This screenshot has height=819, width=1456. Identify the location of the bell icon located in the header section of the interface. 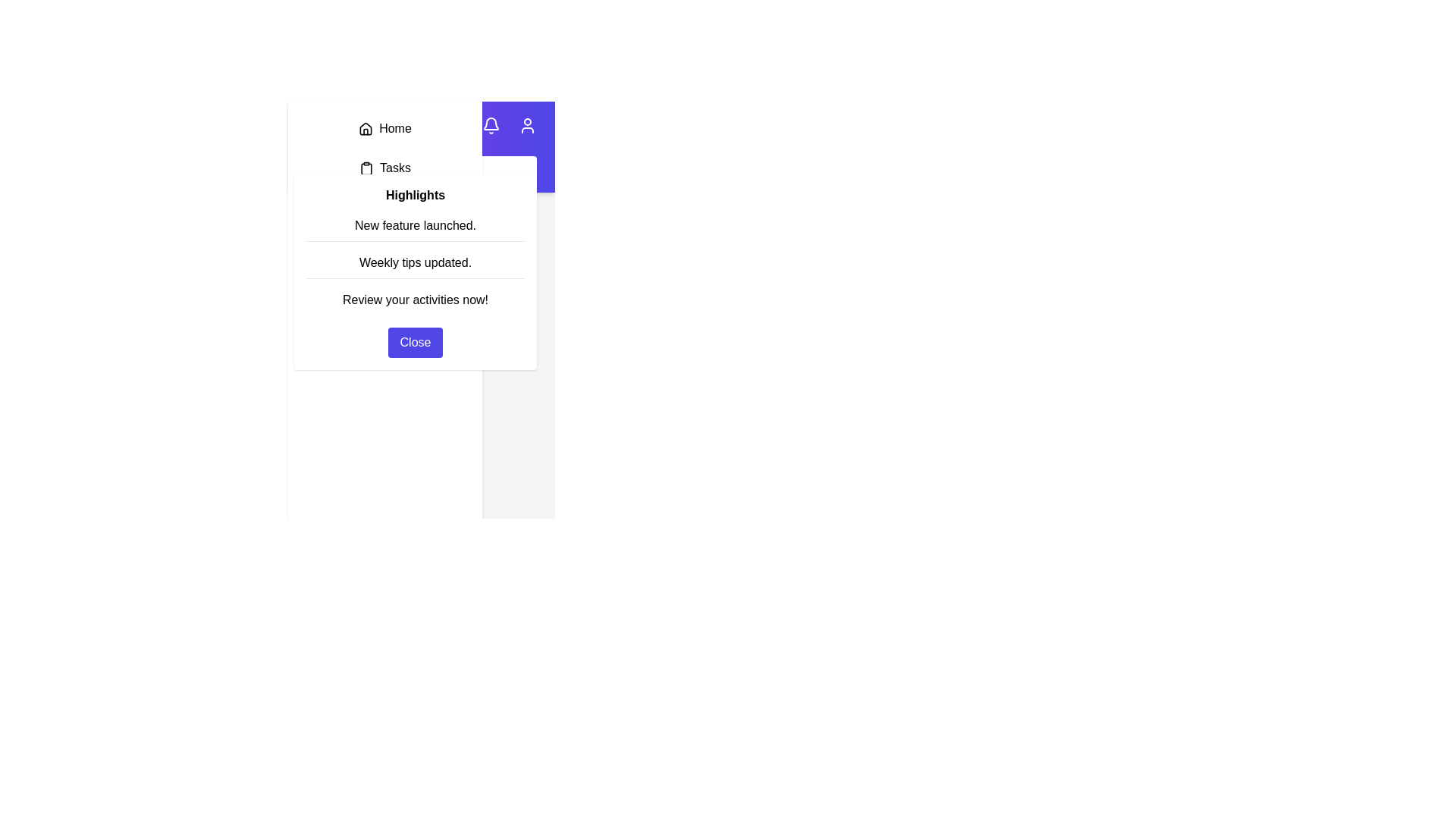
(491, 124).